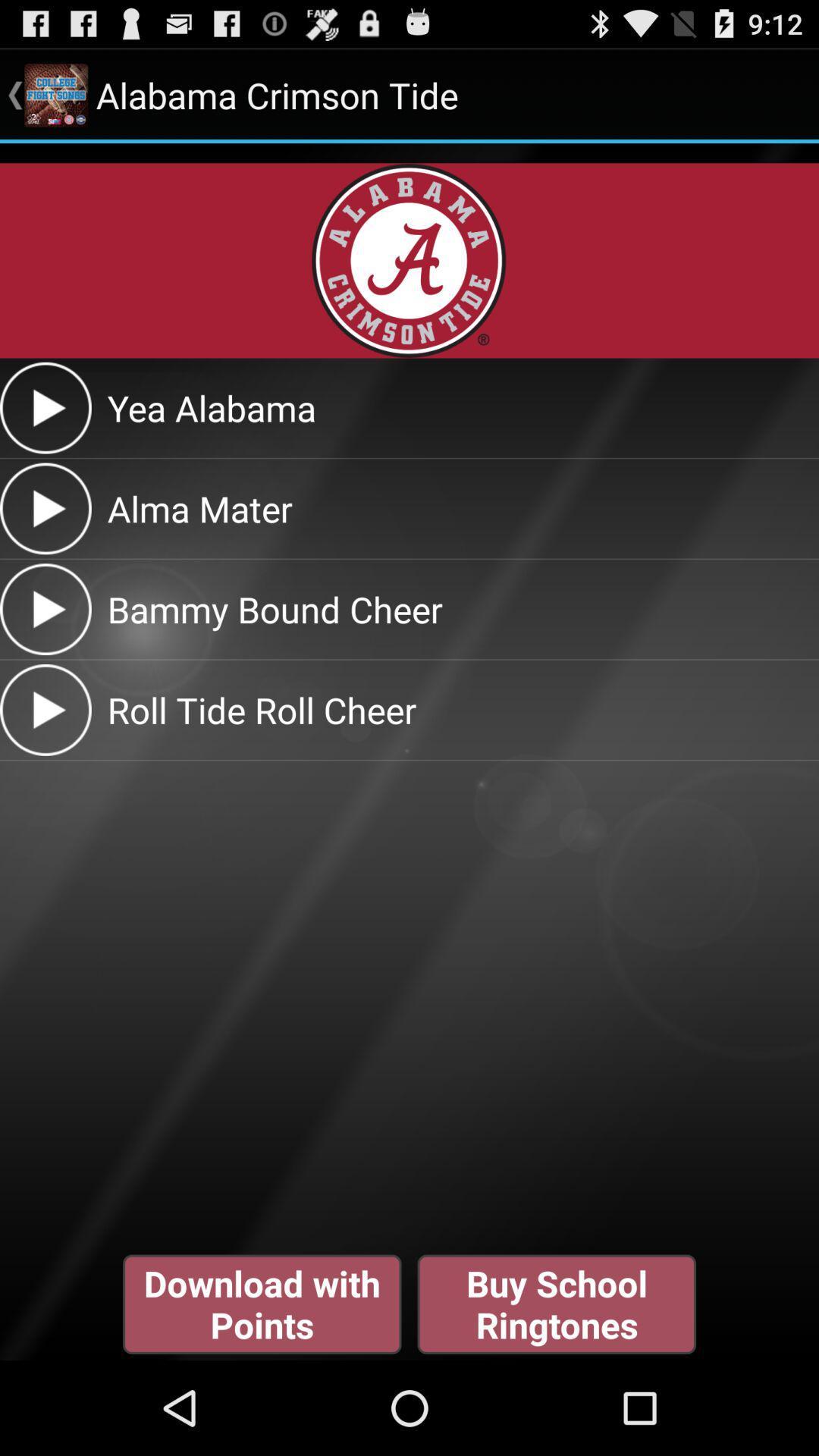 The height and width of the screenshot is (1456, 819). I want to click on audio, so click(45, 508).